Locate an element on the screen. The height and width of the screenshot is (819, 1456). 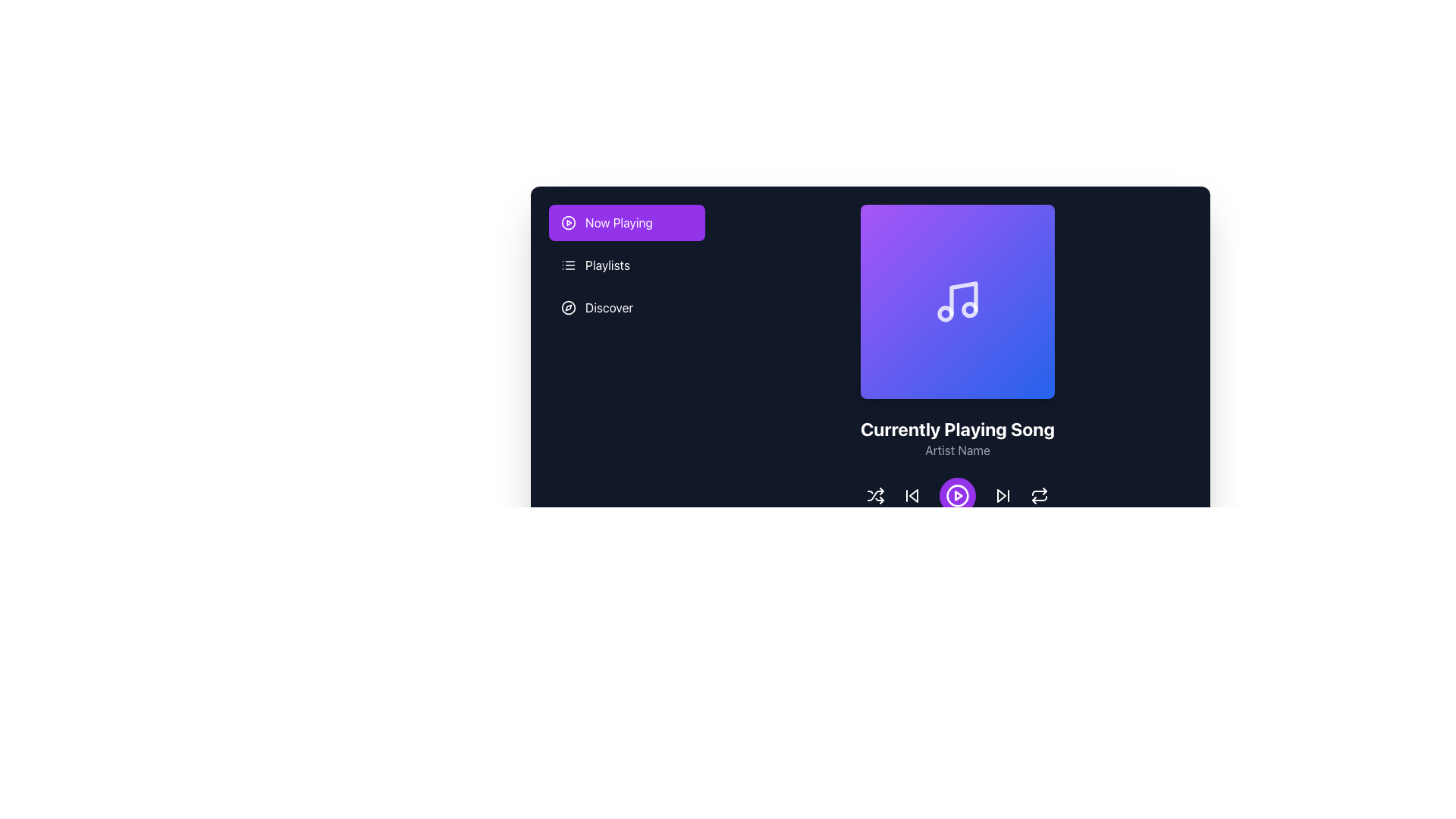
the musical note icon located within the colorful square background in the 'Currently Playing Song' section is located at coordinates (963, 298).